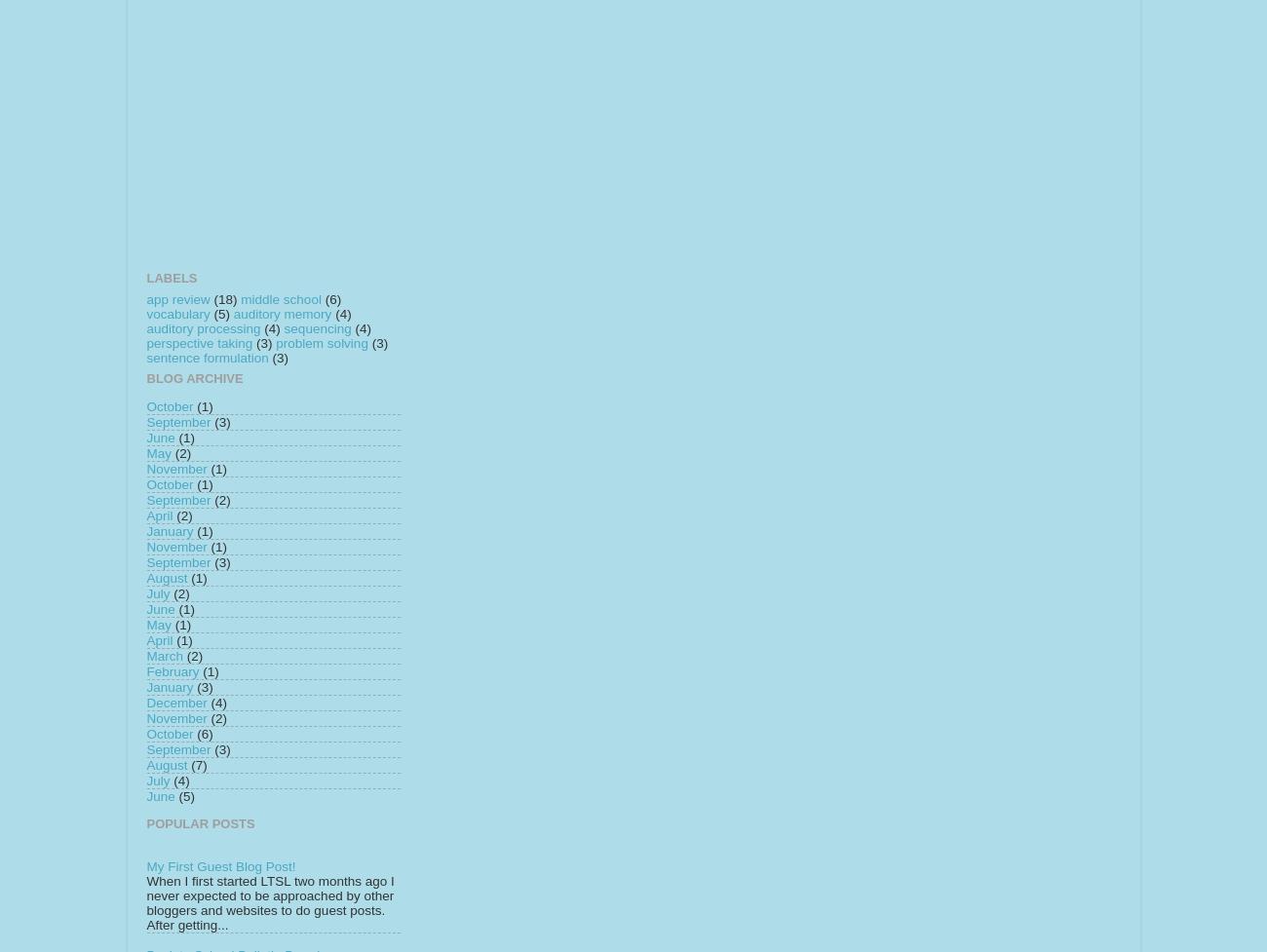  Describe the element at coordinates (145, 378) in the screenshot. I see `'Blog Archive'` at that location.